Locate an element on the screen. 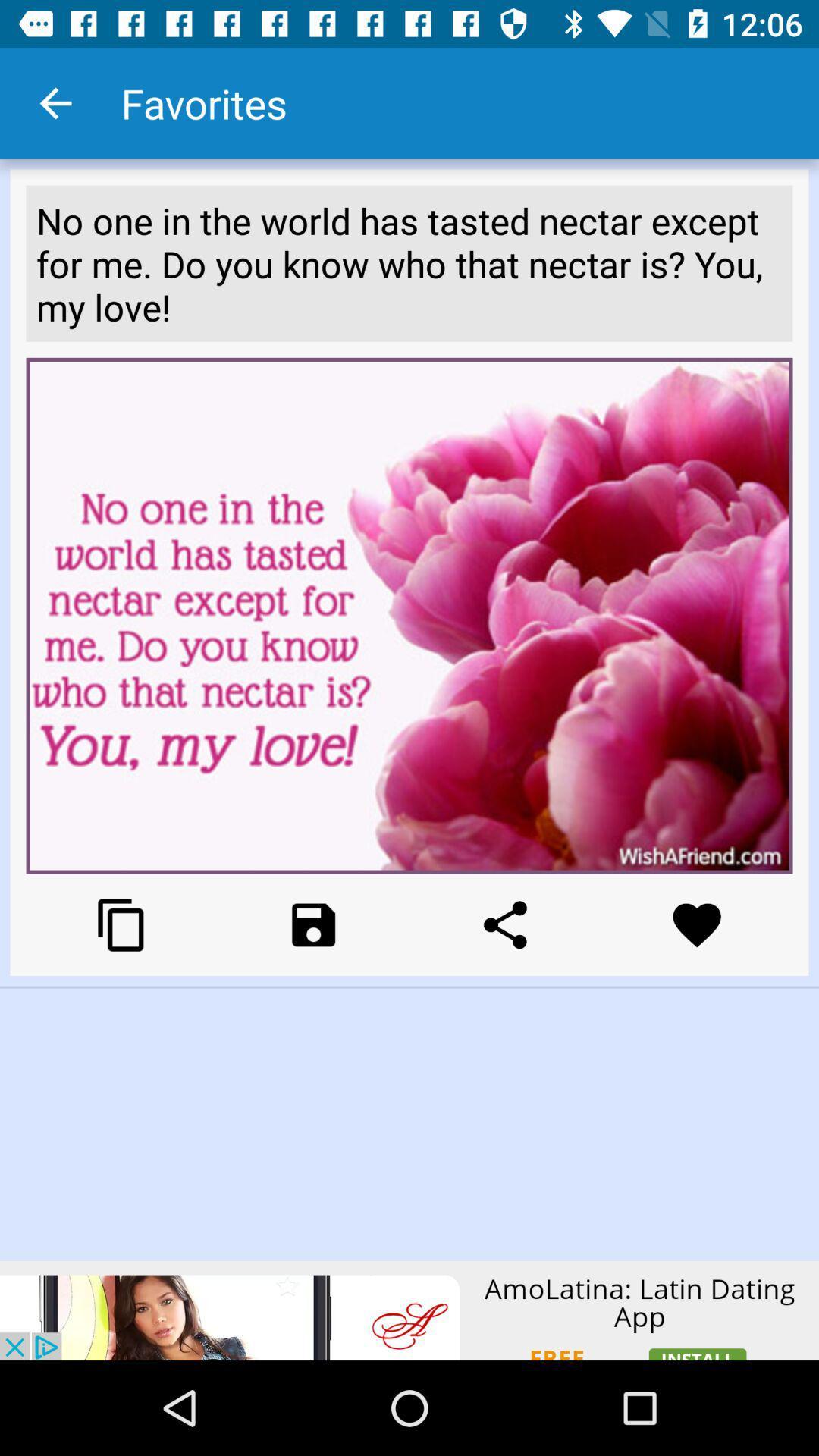  share the article is located at coordinates (505, 924).